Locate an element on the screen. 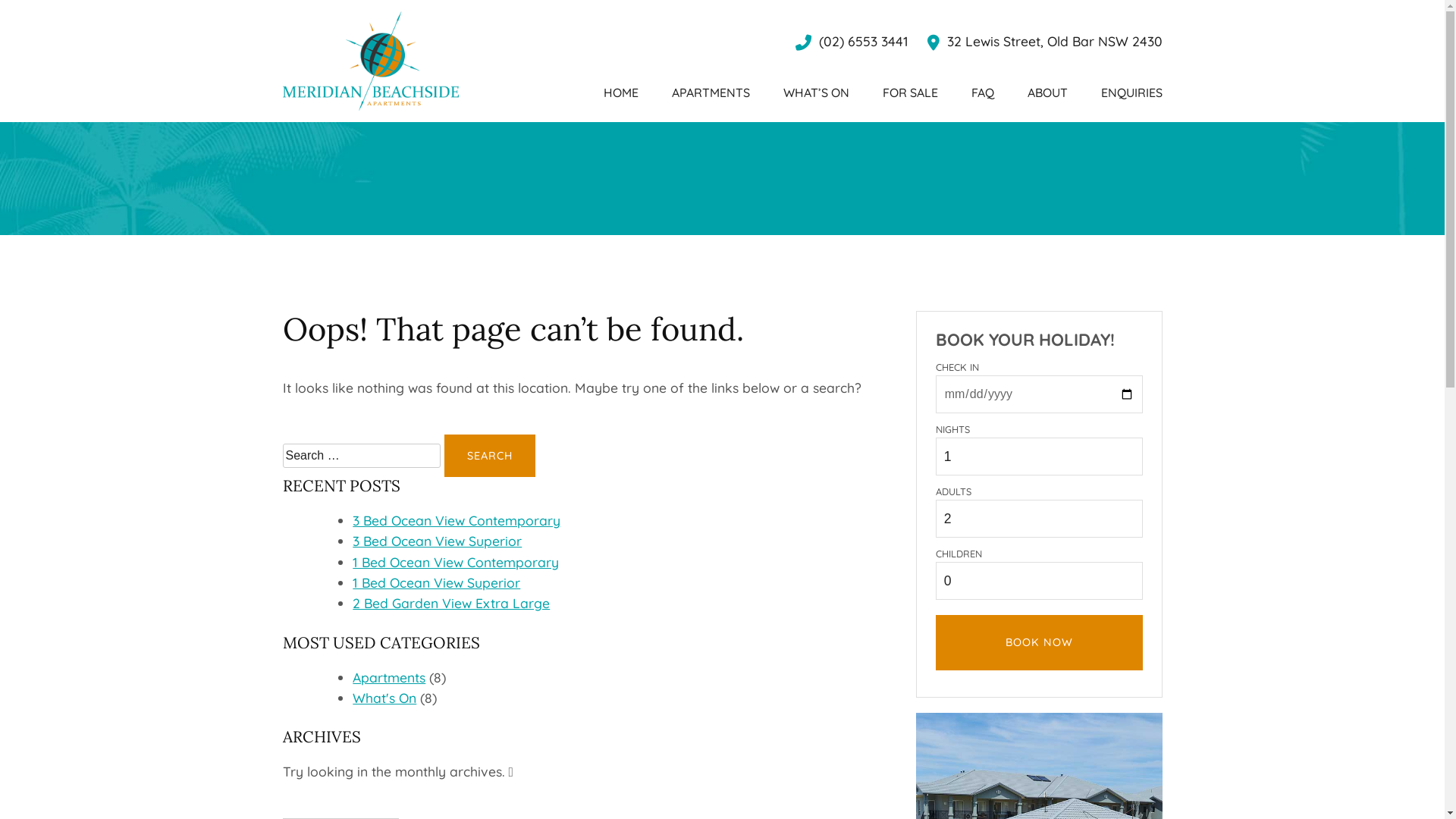 The height and width of the screenshot is (819, 1456). '32 Lewis Street, Old Bar NSW 2430' is located at coordinates (1043, 40).